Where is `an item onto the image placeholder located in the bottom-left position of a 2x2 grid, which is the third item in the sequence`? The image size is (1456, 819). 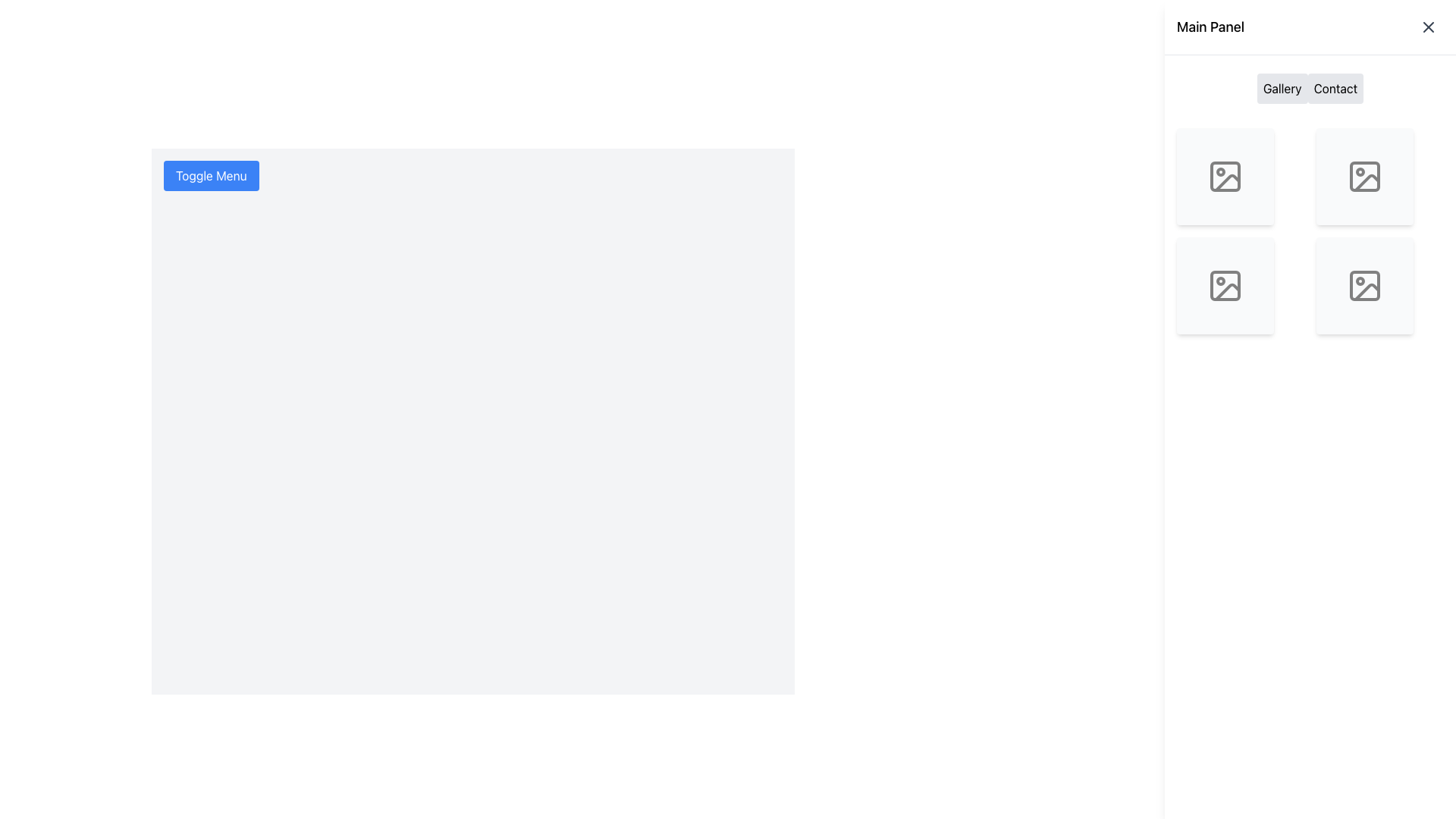 an item onto the image placeholder located in the bottom-left position of a 2x2 grid, which is the third item in the sequence is located at coordinates (1225, 286).